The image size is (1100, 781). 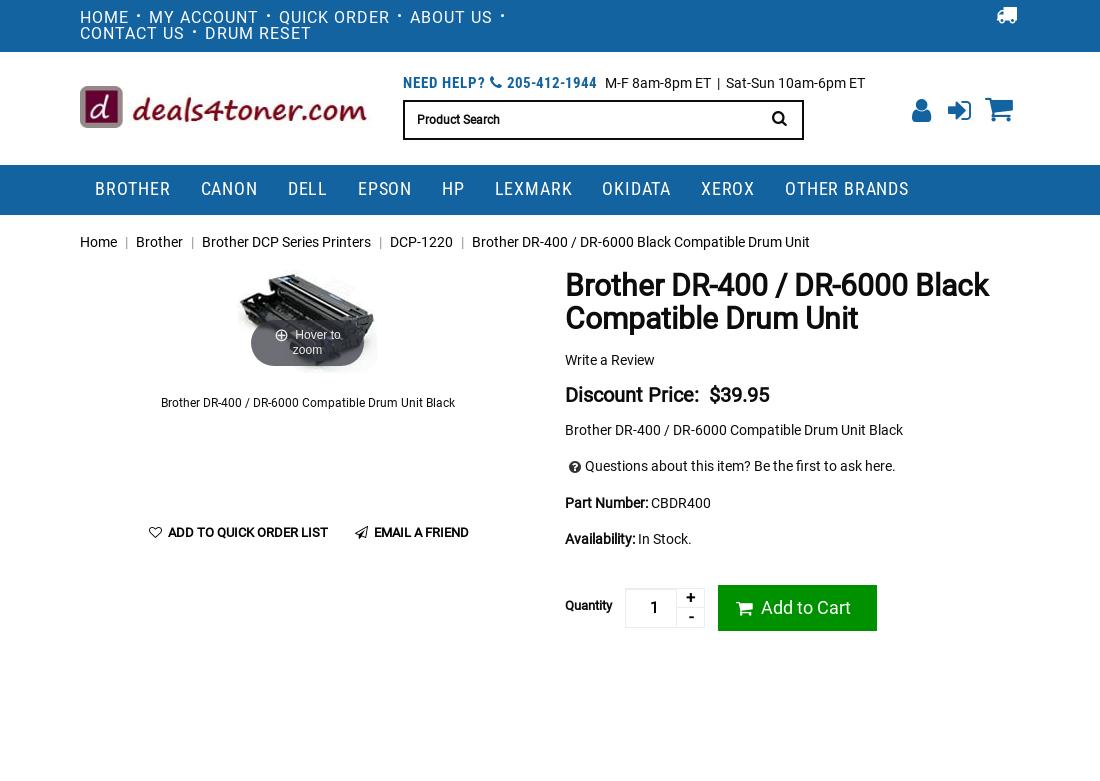 I want to click on 'Canon', so click(x=198, y=186).